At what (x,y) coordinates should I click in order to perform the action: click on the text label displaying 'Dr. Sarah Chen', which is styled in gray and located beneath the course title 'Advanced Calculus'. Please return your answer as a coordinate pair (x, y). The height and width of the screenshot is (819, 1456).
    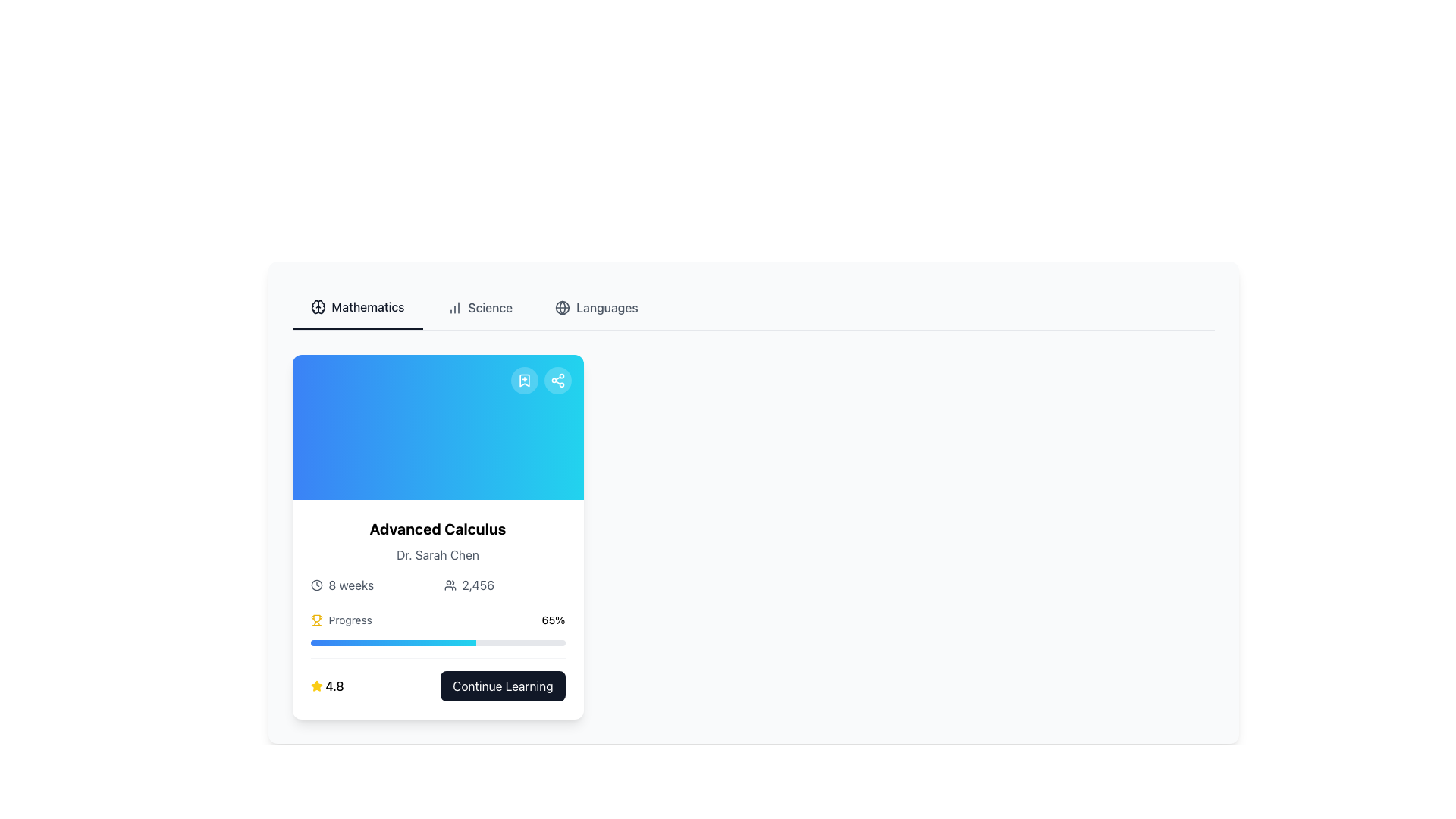
    Looking at the image, I should click on (437, 555).